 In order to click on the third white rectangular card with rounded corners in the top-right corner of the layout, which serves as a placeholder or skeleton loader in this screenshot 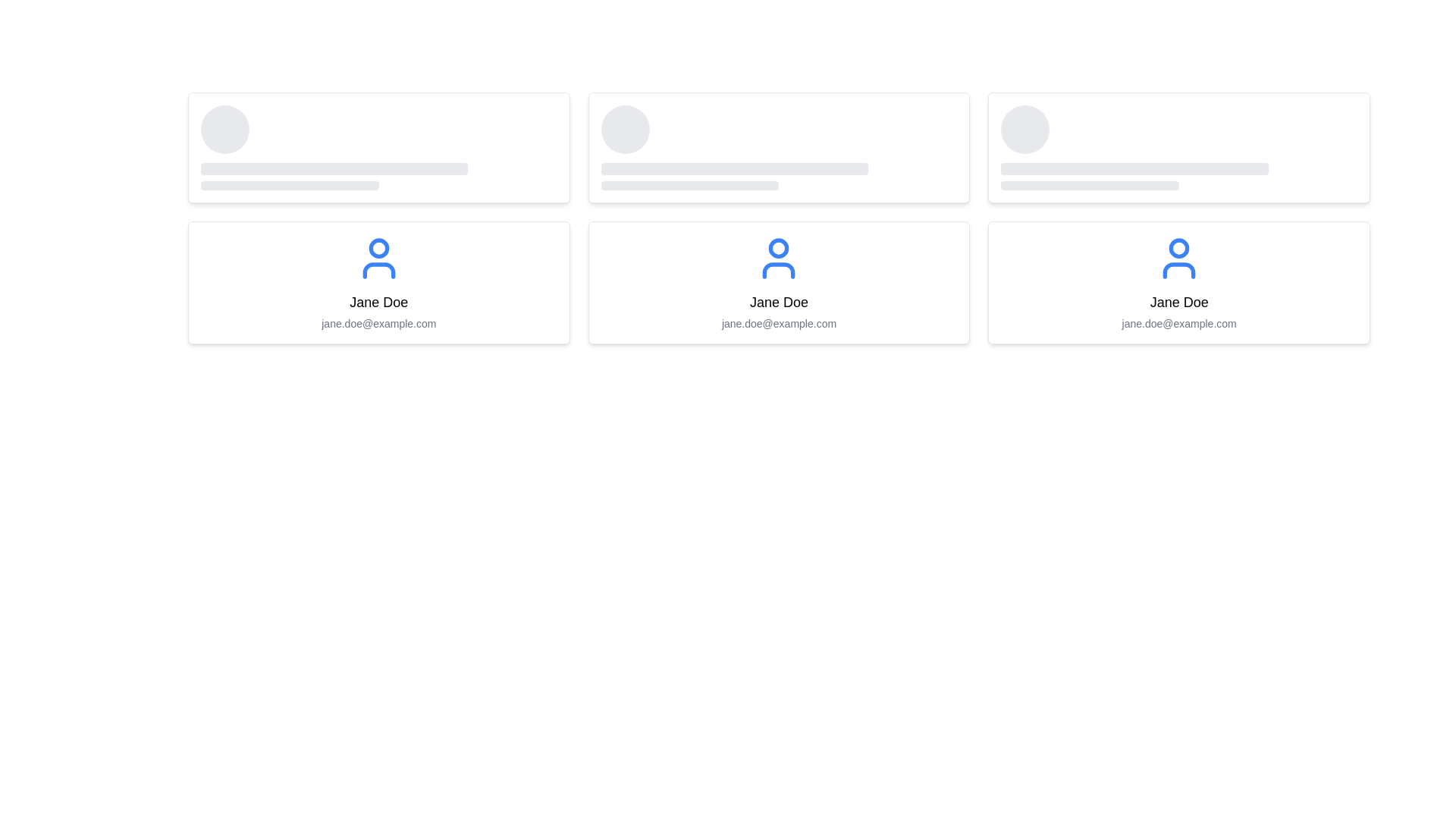, I will do `click(1178, 148)`.